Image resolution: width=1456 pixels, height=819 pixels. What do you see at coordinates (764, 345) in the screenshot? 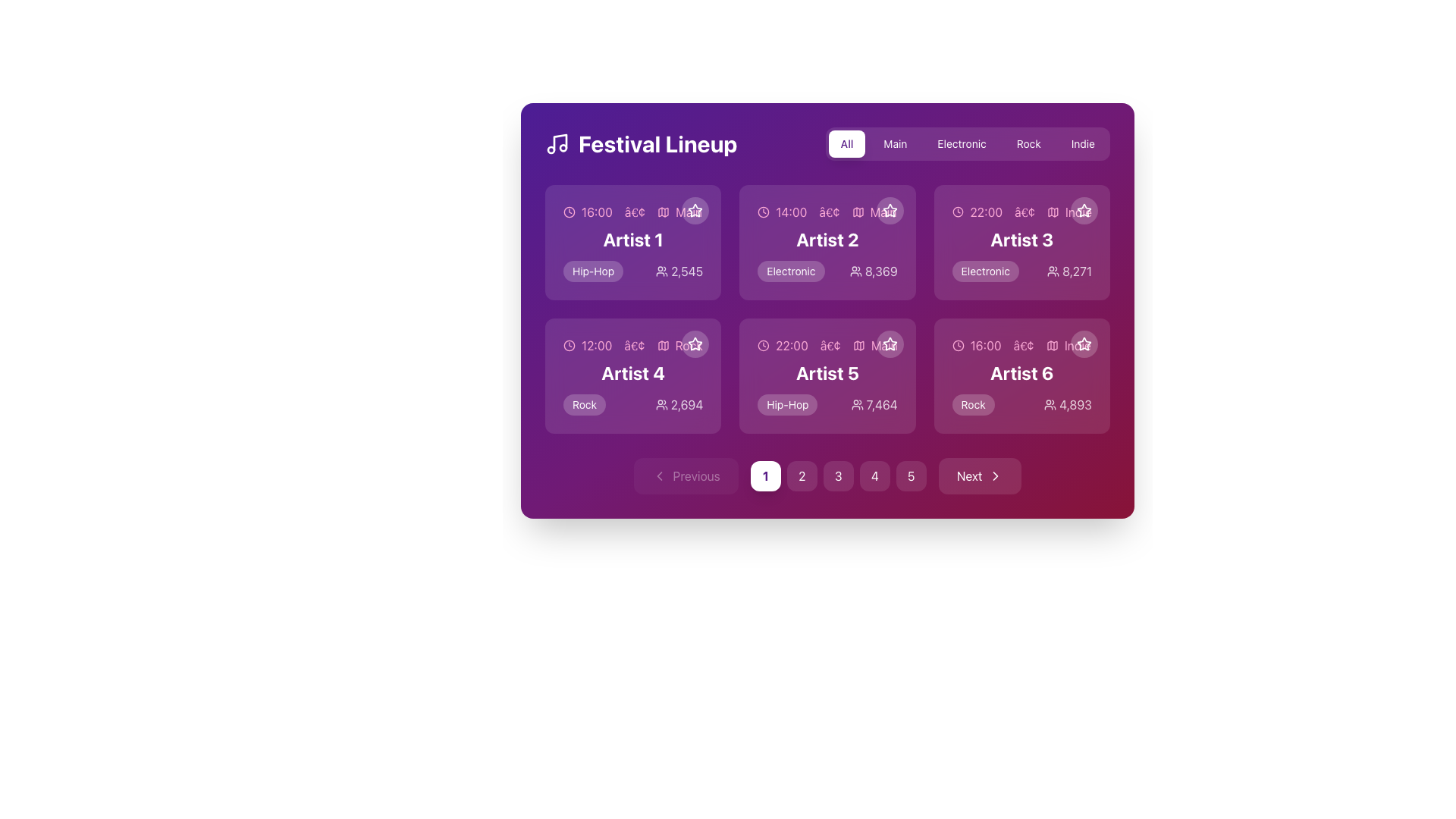
I see `the circular part of the clock icon in the SVG for 'Artist 5' to display more information` at bounding box center [764, 345].